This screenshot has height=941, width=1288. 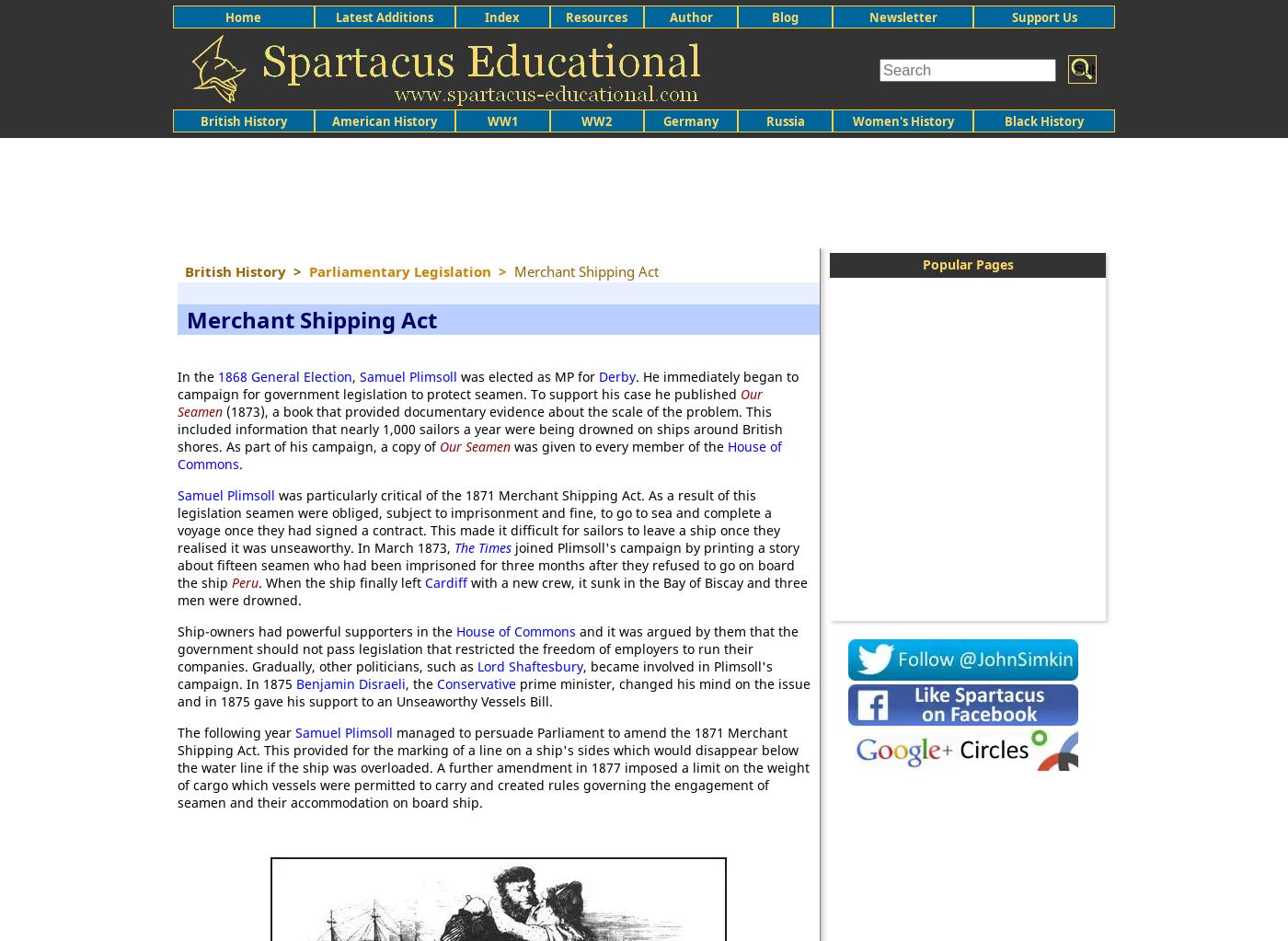 I want to click on 'and it was argued by them that the government should not pass legislation that restricted the freedom of employers to run their companies. Gradually, other politicians, such as', so click(x=488, y=648).